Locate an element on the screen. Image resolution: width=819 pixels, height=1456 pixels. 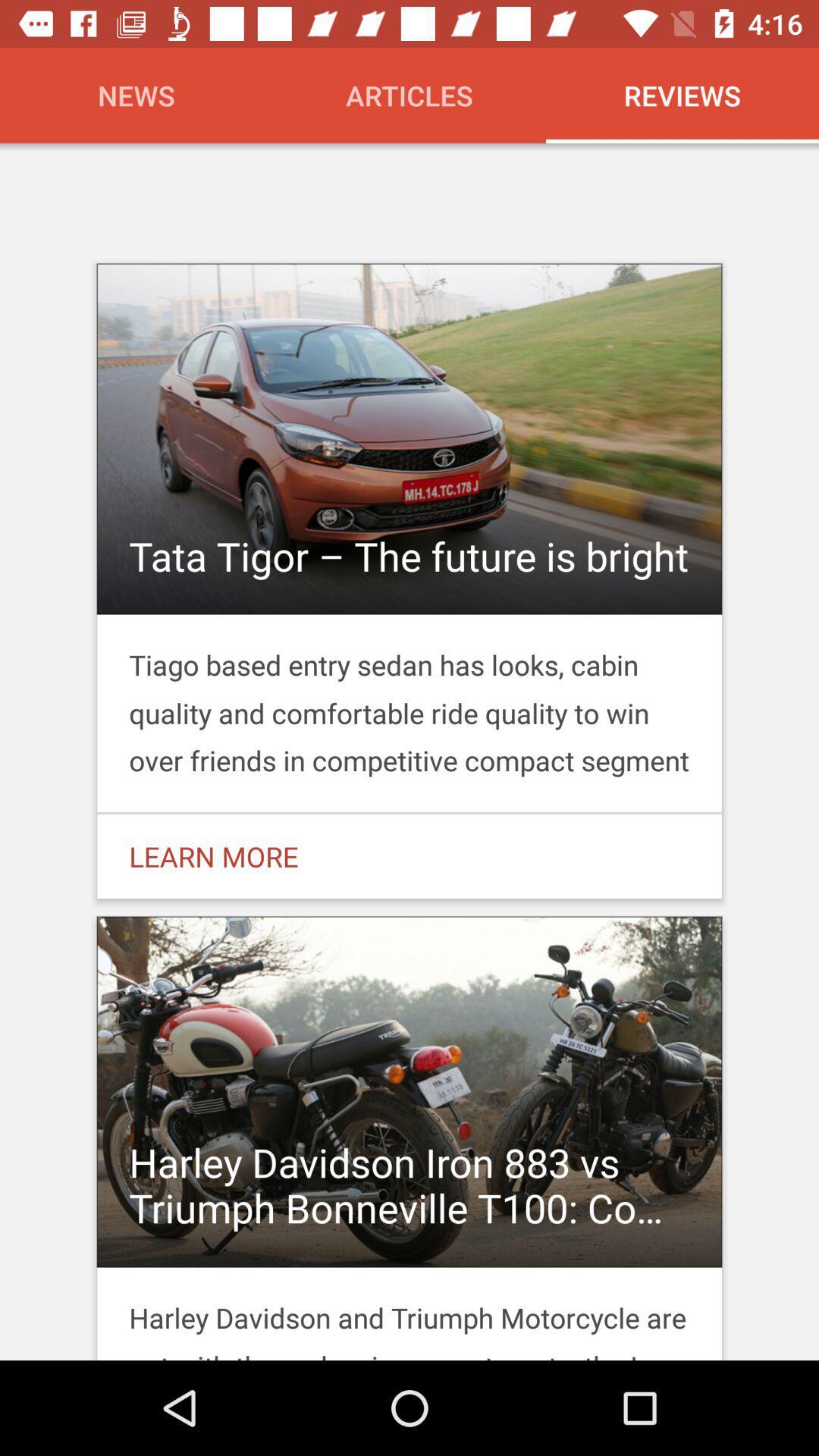
the image above the content is located at coordinates (409, 438).